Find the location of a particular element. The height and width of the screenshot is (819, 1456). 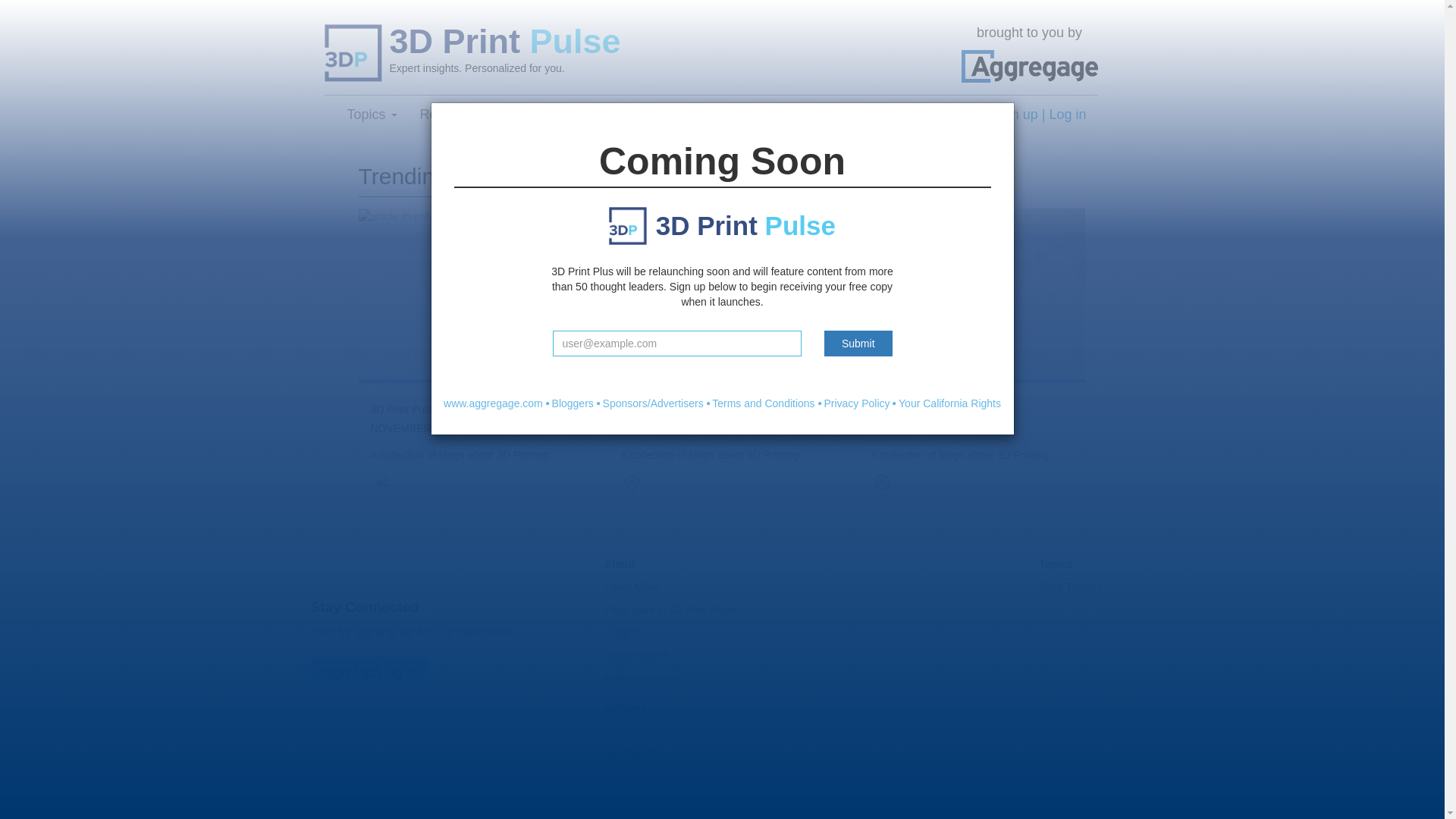

'Submit' is located at coordinates (858, 343).